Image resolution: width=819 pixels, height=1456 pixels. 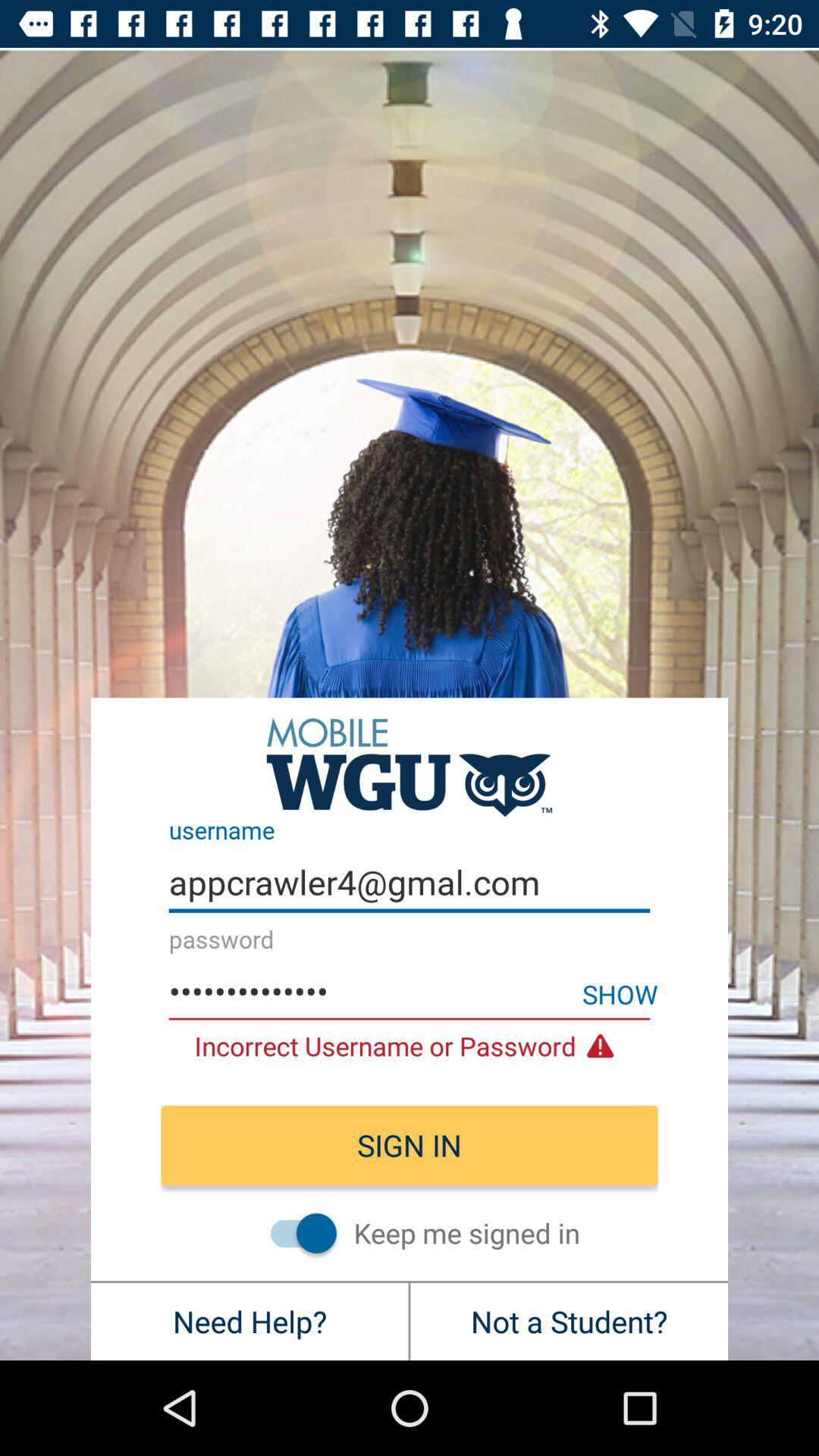 I want to click on icon below appcrawler4@gmal.com icon, so click(x=620, y=993).